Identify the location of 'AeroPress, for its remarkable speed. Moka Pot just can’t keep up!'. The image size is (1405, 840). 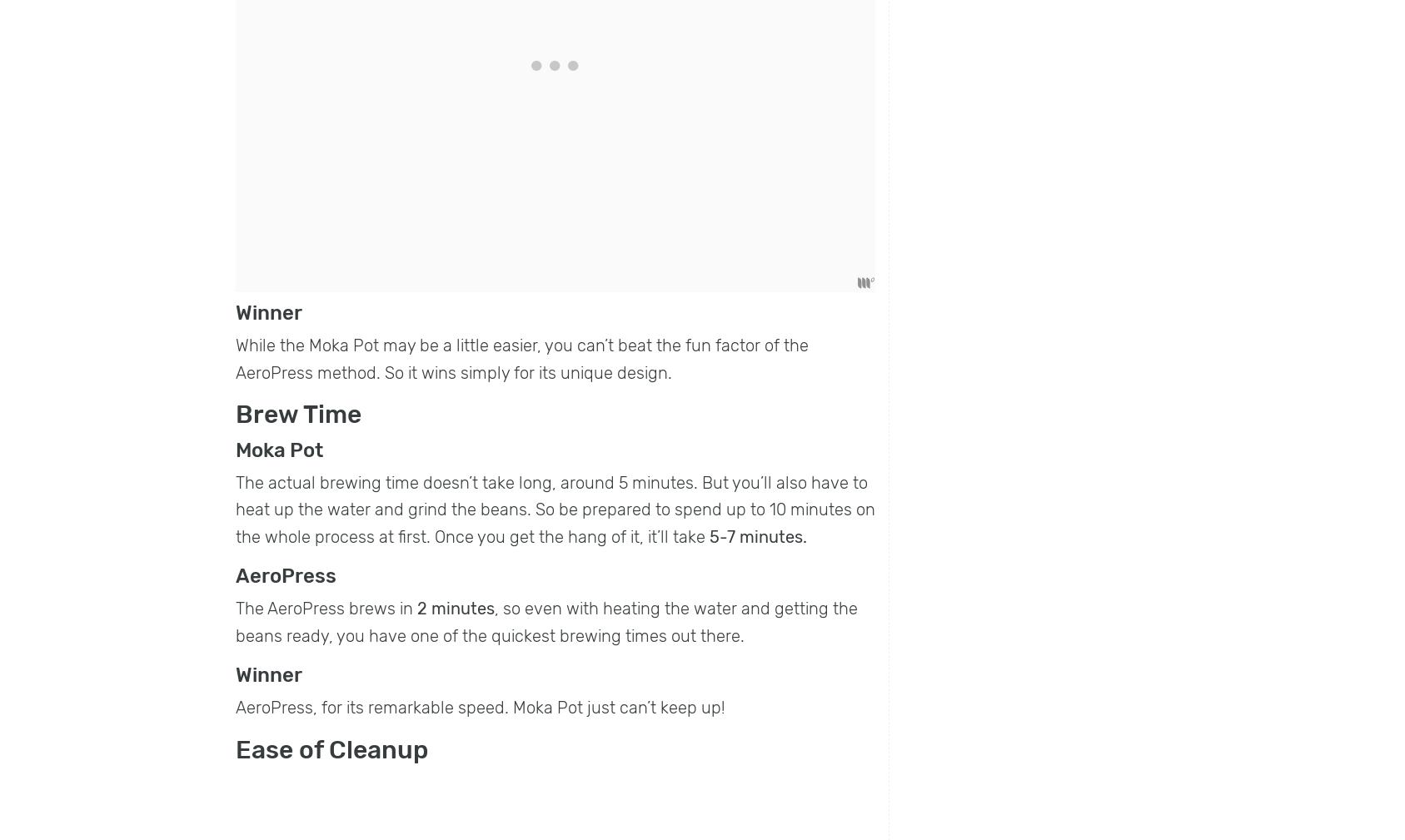
(479, 707).